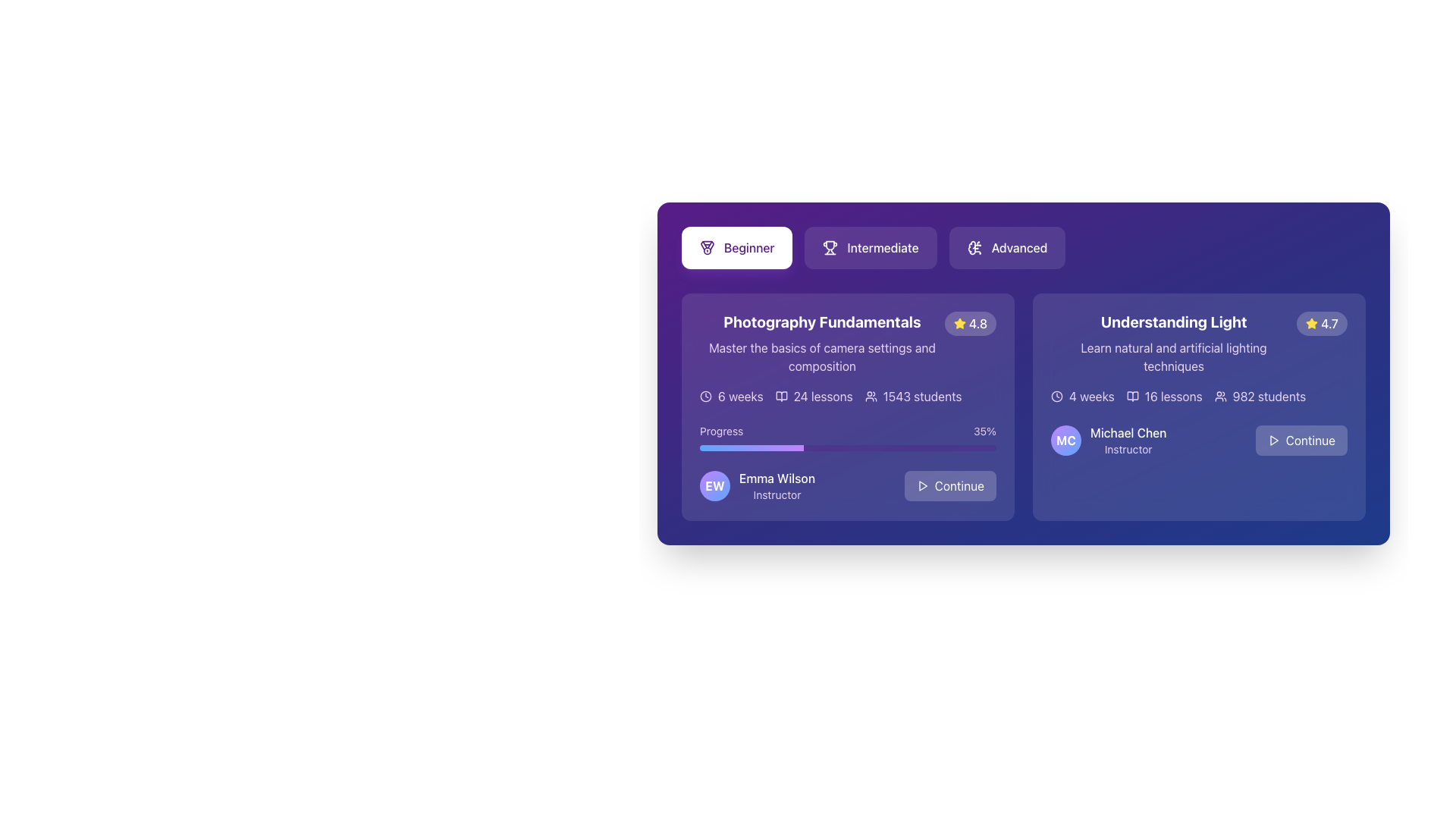  I want to click on the text label that reads 'Master the basics of camera settings and composition.' which is positioned below the bold text 'Photography Fundamentals' in the leftmost card of a group of content cards, so click(821, 356).